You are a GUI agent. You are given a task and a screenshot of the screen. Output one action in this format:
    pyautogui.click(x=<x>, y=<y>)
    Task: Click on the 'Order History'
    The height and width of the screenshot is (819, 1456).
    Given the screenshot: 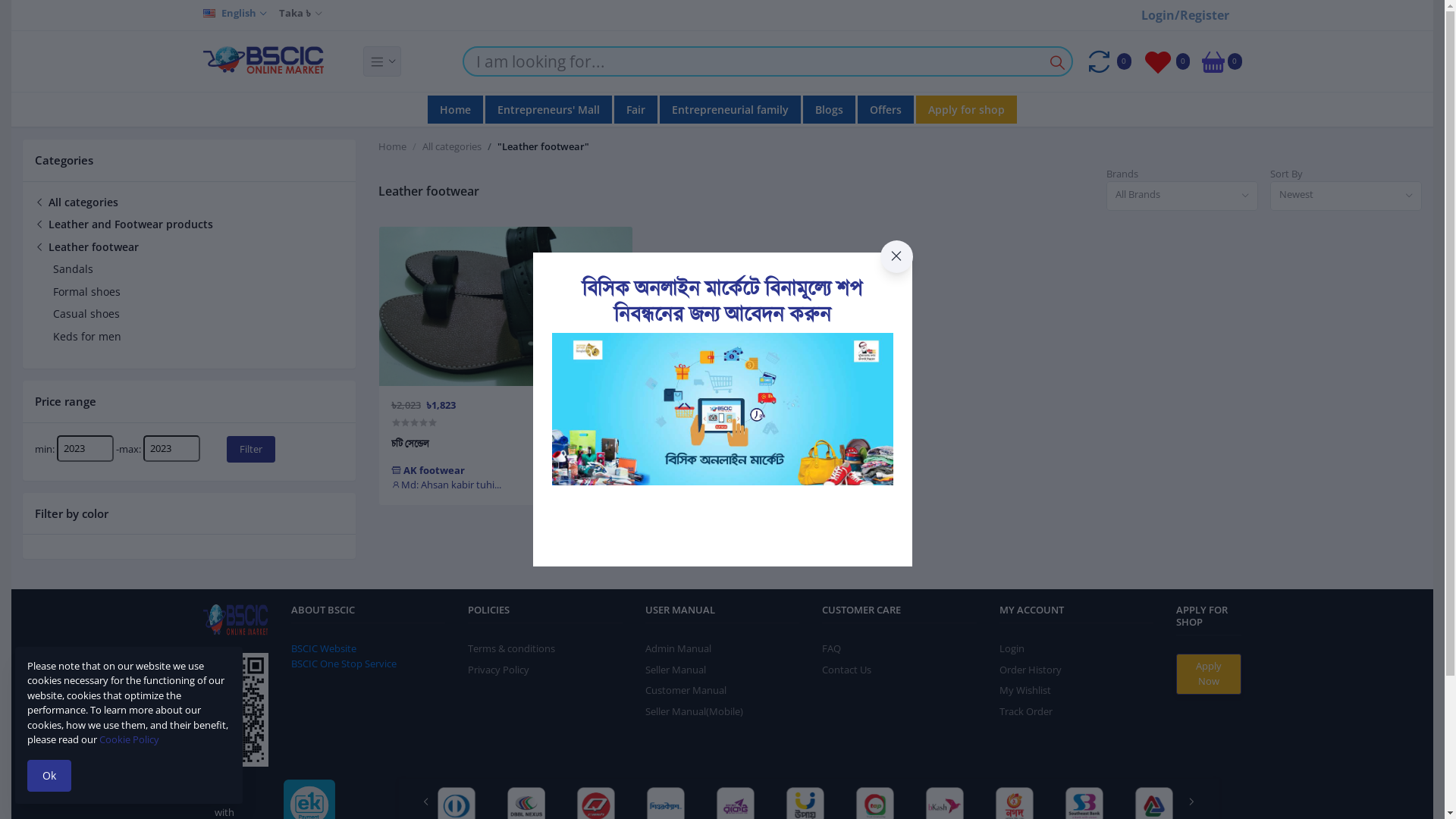 What is the action you would take?
    pyautogui.click(x=1030, y=669)
    